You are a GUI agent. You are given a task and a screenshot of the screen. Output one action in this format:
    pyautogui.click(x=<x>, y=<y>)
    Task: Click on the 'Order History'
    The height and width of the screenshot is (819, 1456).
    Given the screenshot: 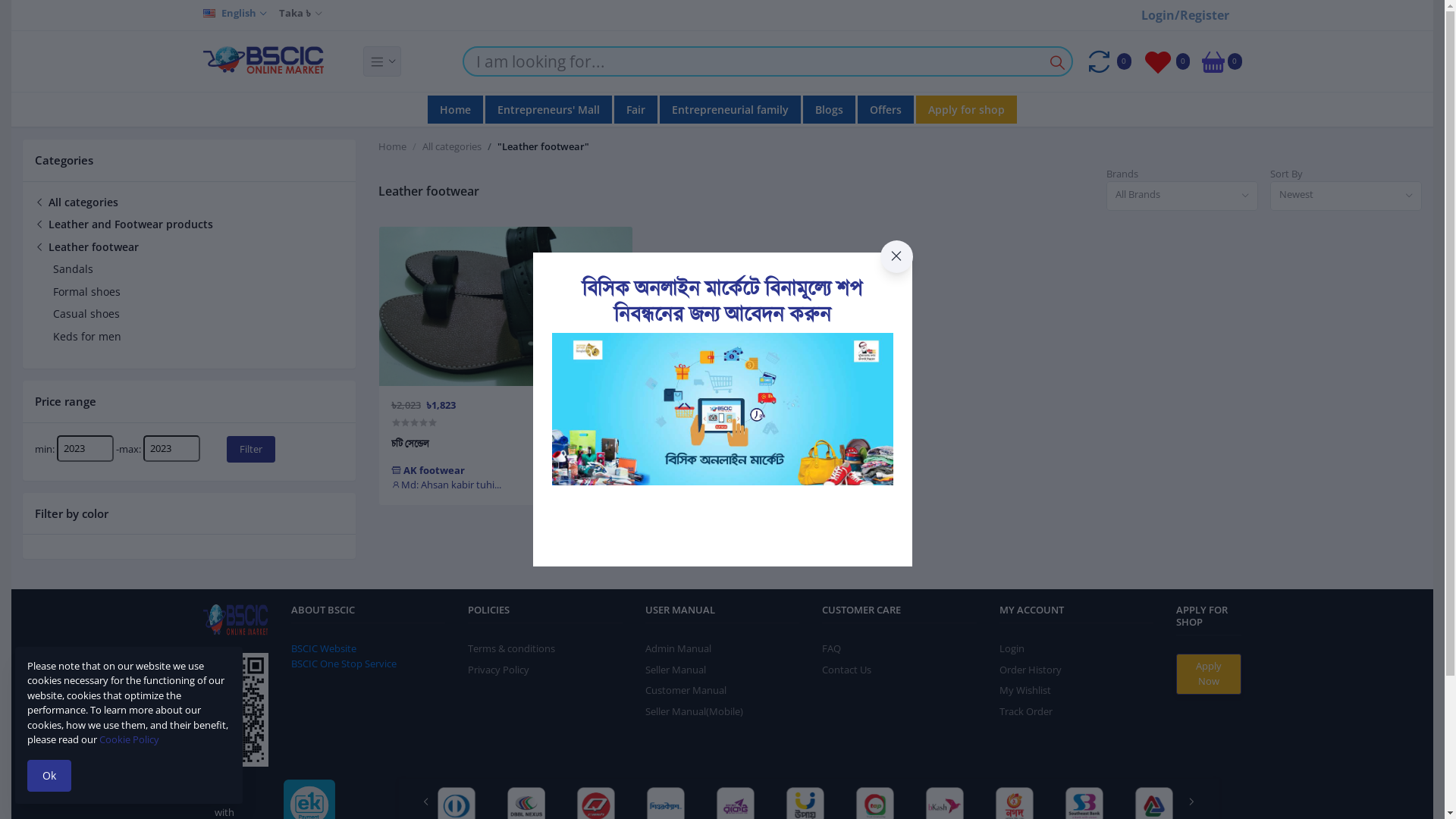 What is the action you would take?
    pyautogui.click(x=1030, y=669)
    